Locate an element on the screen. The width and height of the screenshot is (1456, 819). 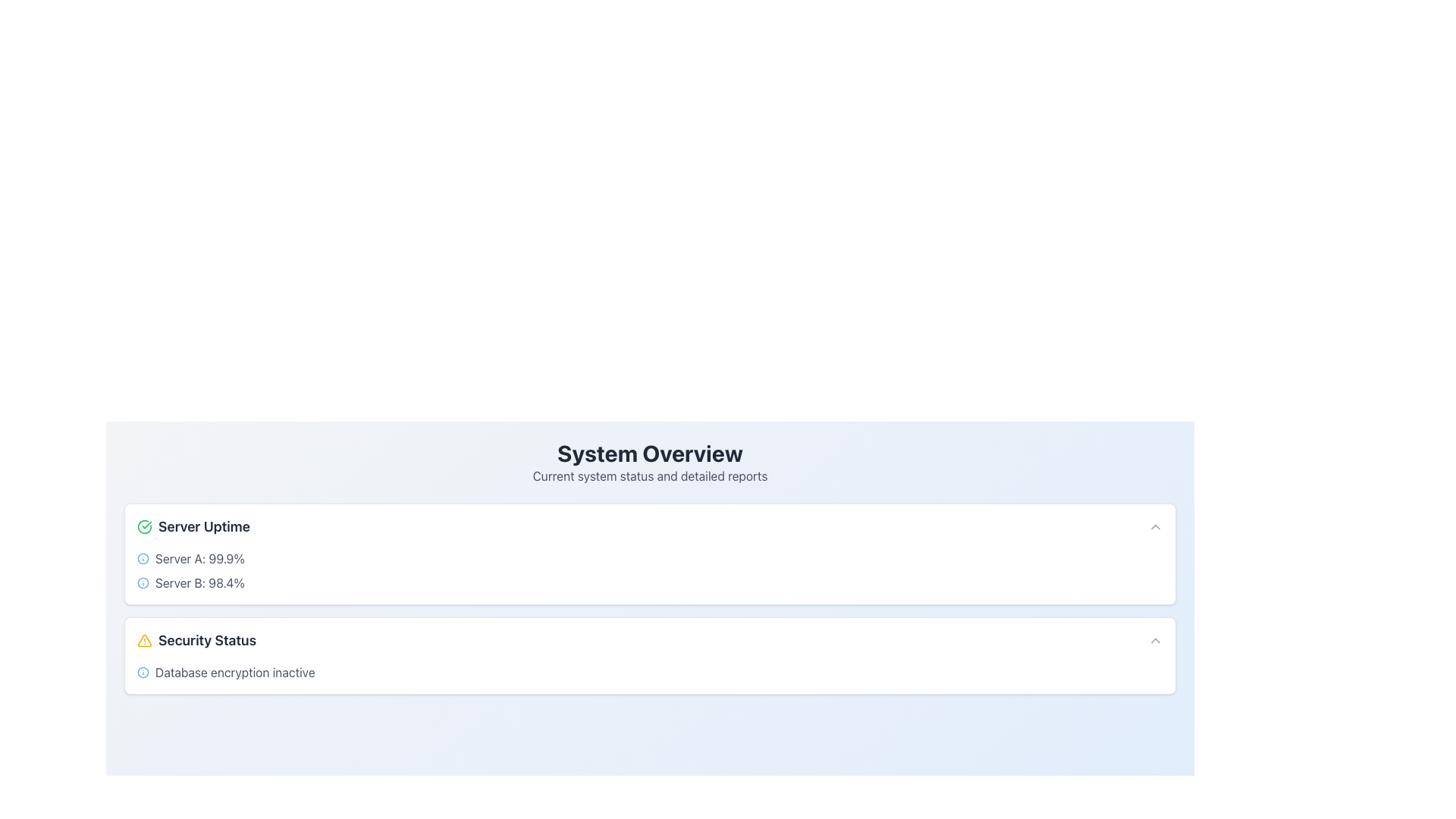
the upward-pointing chevron-shaped icon located at the far-right side of the 'Security Status' panel is located at coordinates (1154, 640).